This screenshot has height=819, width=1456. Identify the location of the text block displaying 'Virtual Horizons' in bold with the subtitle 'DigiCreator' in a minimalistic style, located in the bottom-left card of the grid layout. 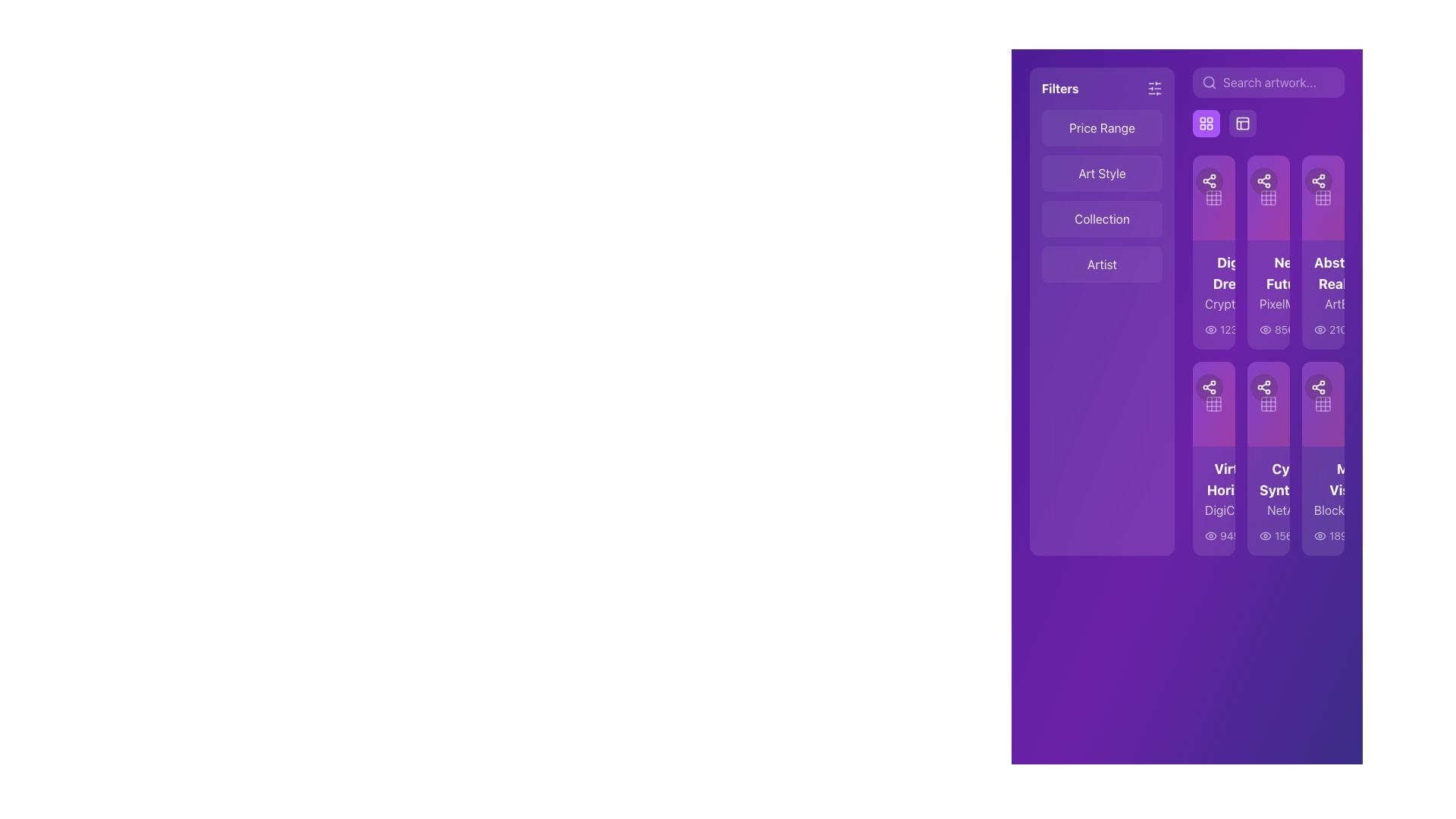
(1214, 488).